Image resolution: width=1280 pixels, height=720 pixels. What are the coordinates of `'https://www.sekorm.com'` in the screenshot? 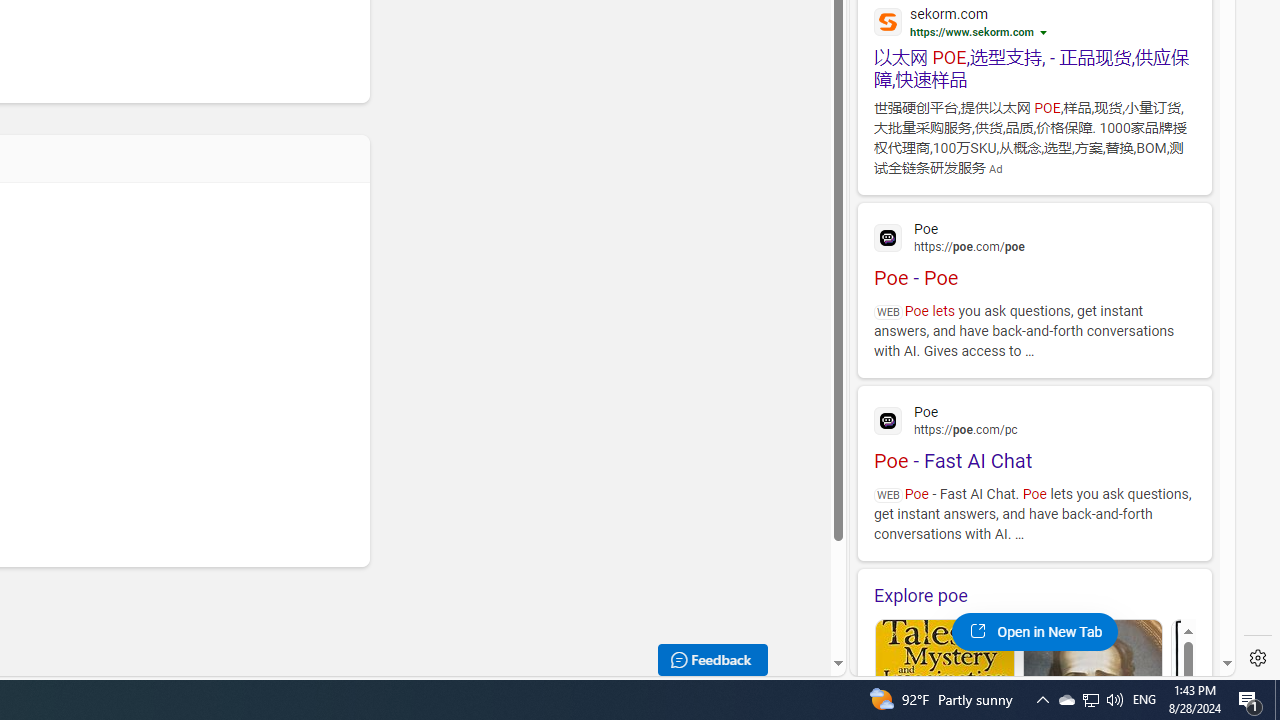 It's located at (972, 32).